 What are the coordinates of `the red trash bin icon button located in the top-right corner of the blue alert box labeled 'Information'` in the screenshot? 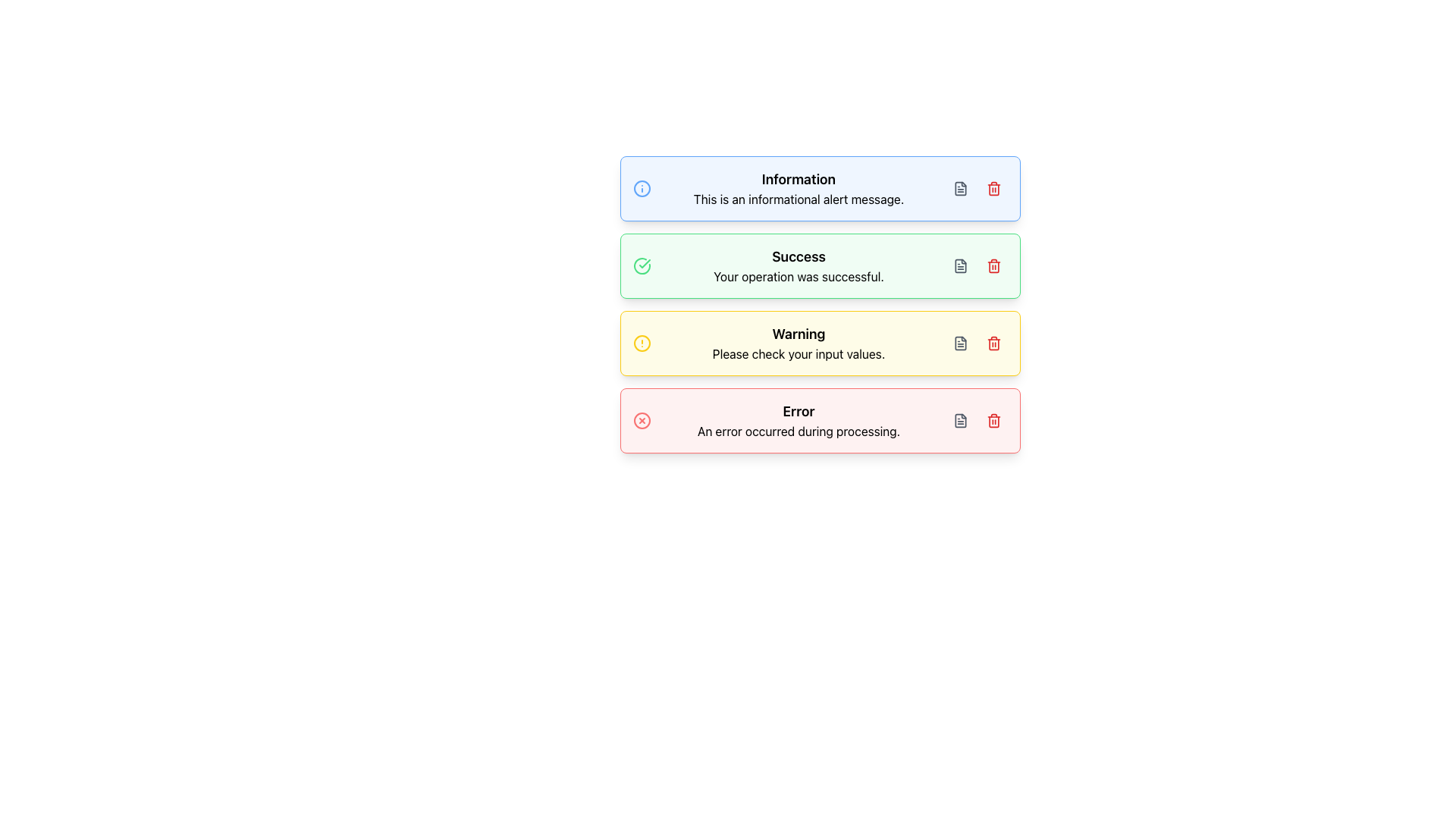 It's located at (993, 188).